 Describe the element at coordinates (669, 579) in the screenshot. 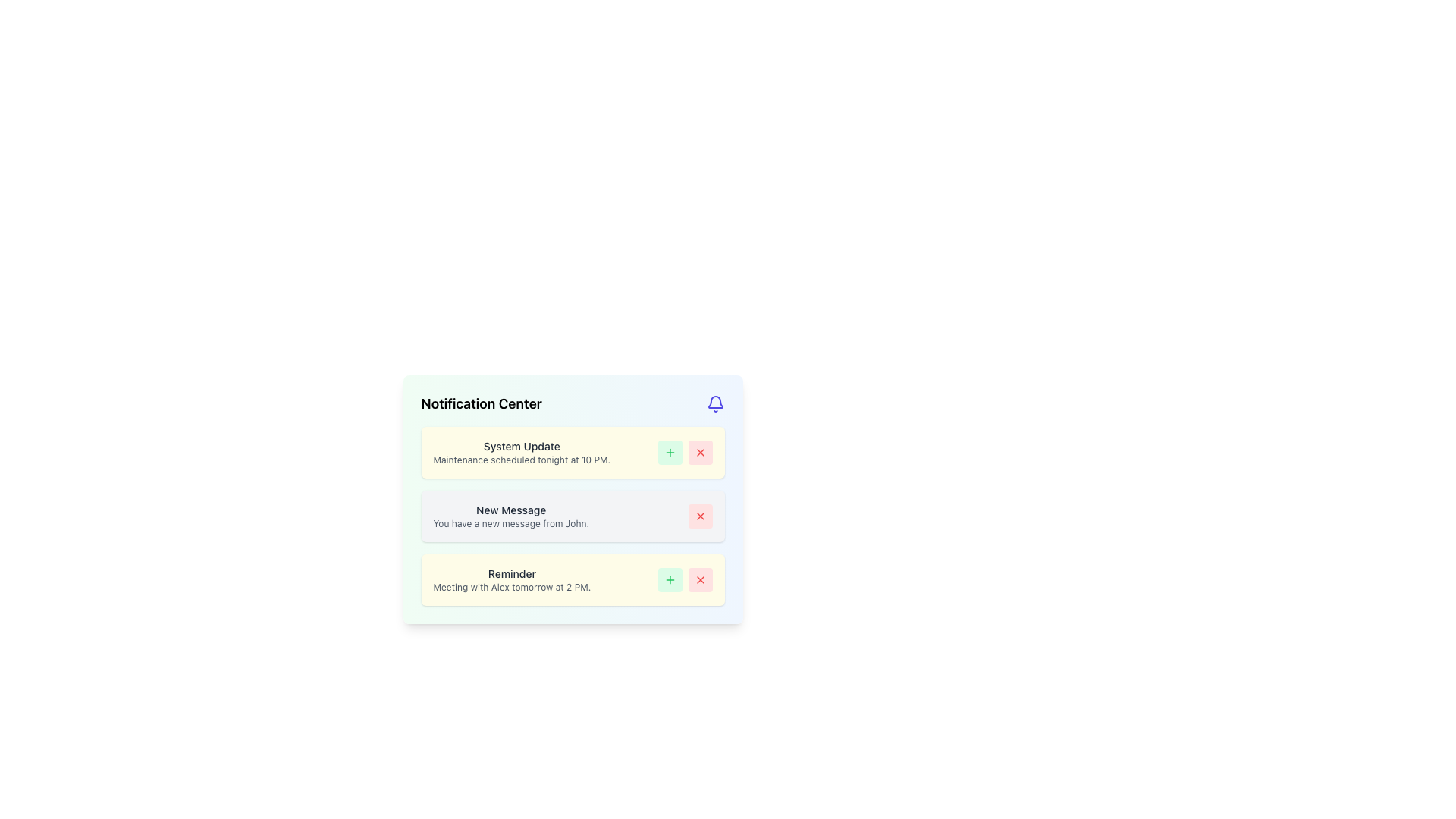

I see `the icon button in the notification panel labeled 'Reminder'` at that location.